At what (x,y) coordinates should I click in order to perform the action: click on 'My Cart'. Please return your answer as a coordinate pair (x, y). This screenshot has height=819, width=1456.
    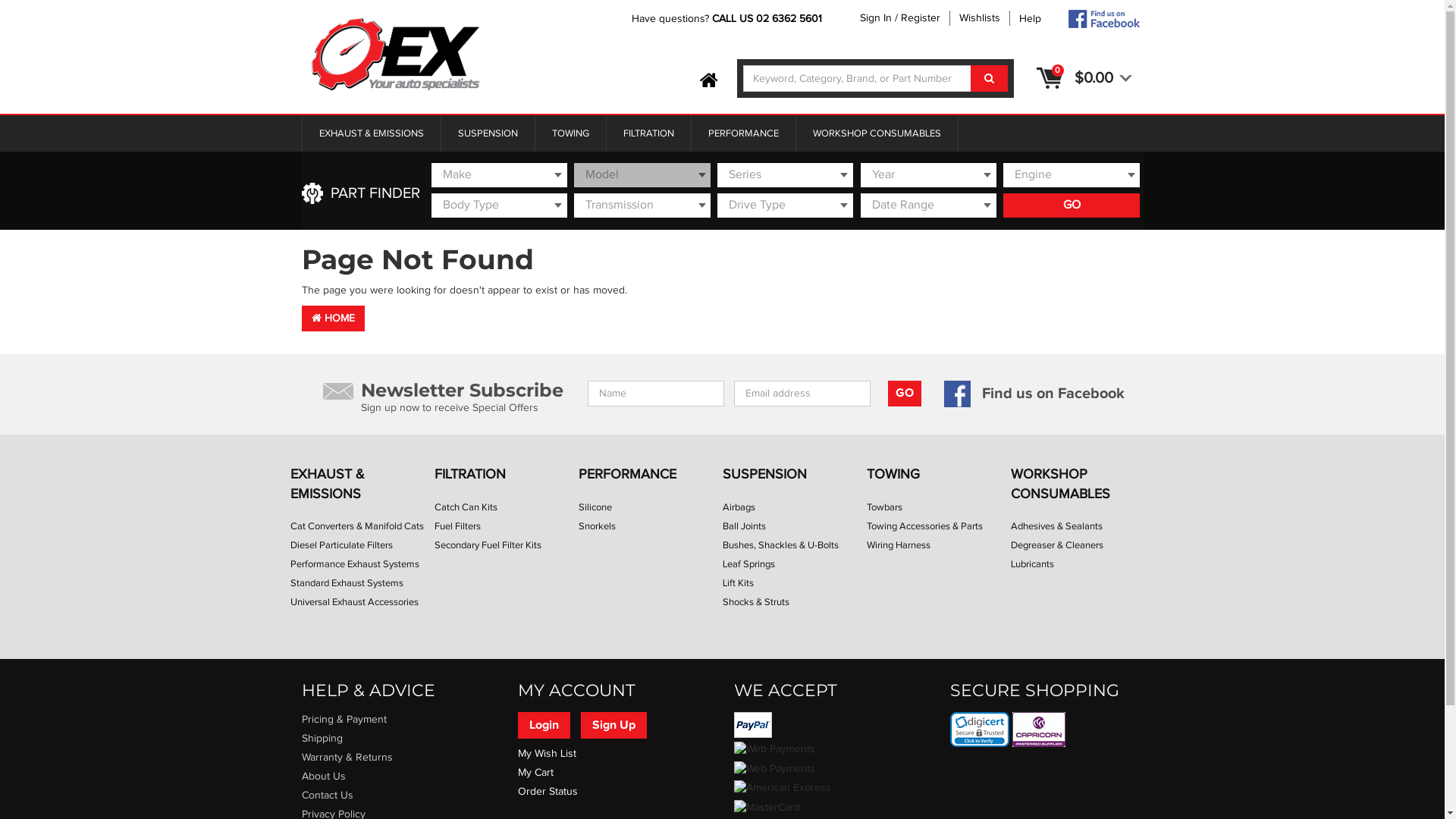
    Looking at the image, I should click on (535, 772).